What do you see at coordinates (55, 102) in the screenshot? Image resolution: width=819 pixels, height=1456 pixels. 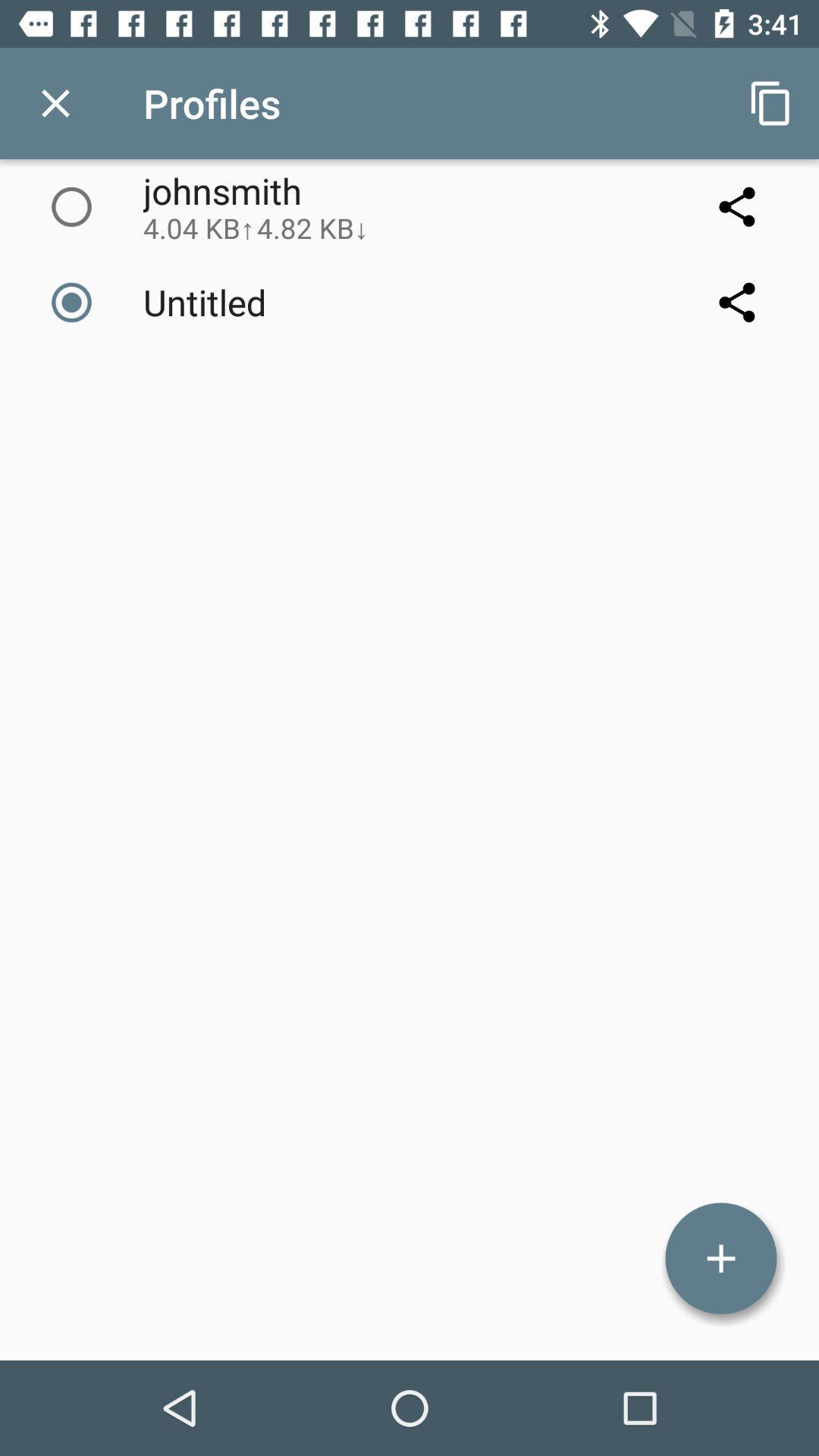 I see `page` at bounding box center [55, 102].